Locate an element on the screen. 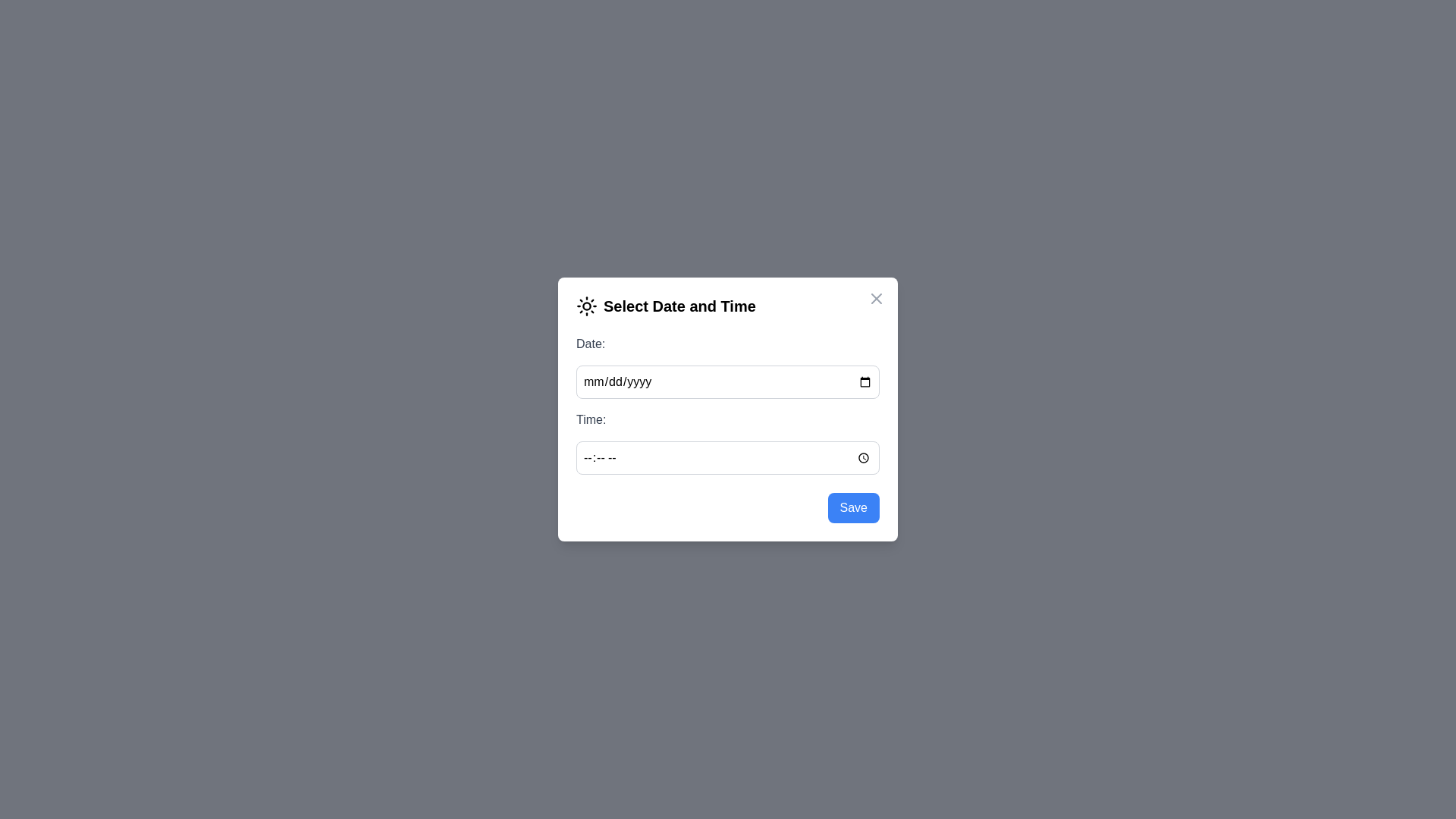 The image size is (1456, 819). the time input field to activate it is located at coordinates (728, 457).